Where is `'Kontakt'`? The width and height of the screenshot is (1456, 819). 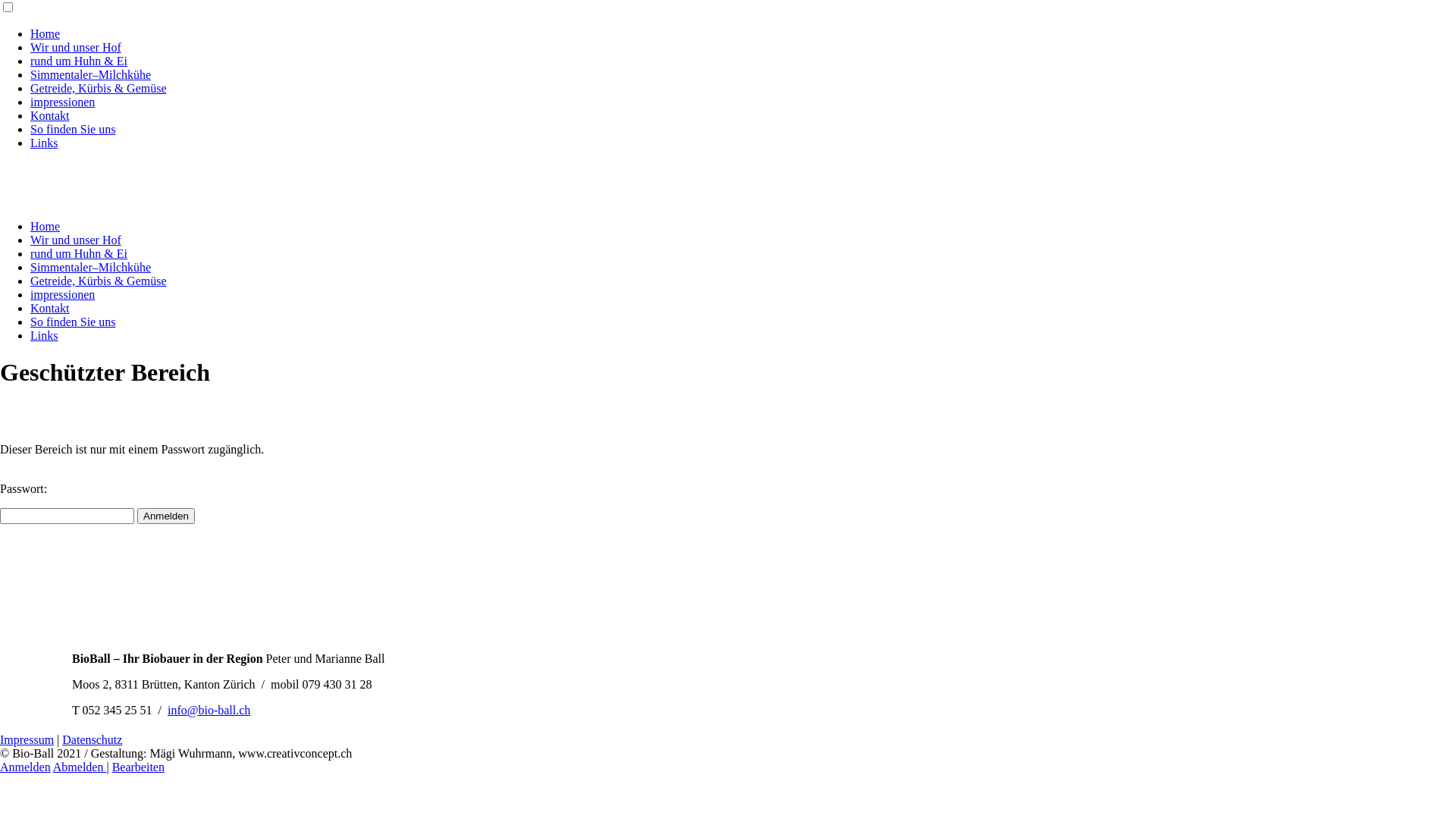 'Kontakt' is located at coordinates (50, 307).